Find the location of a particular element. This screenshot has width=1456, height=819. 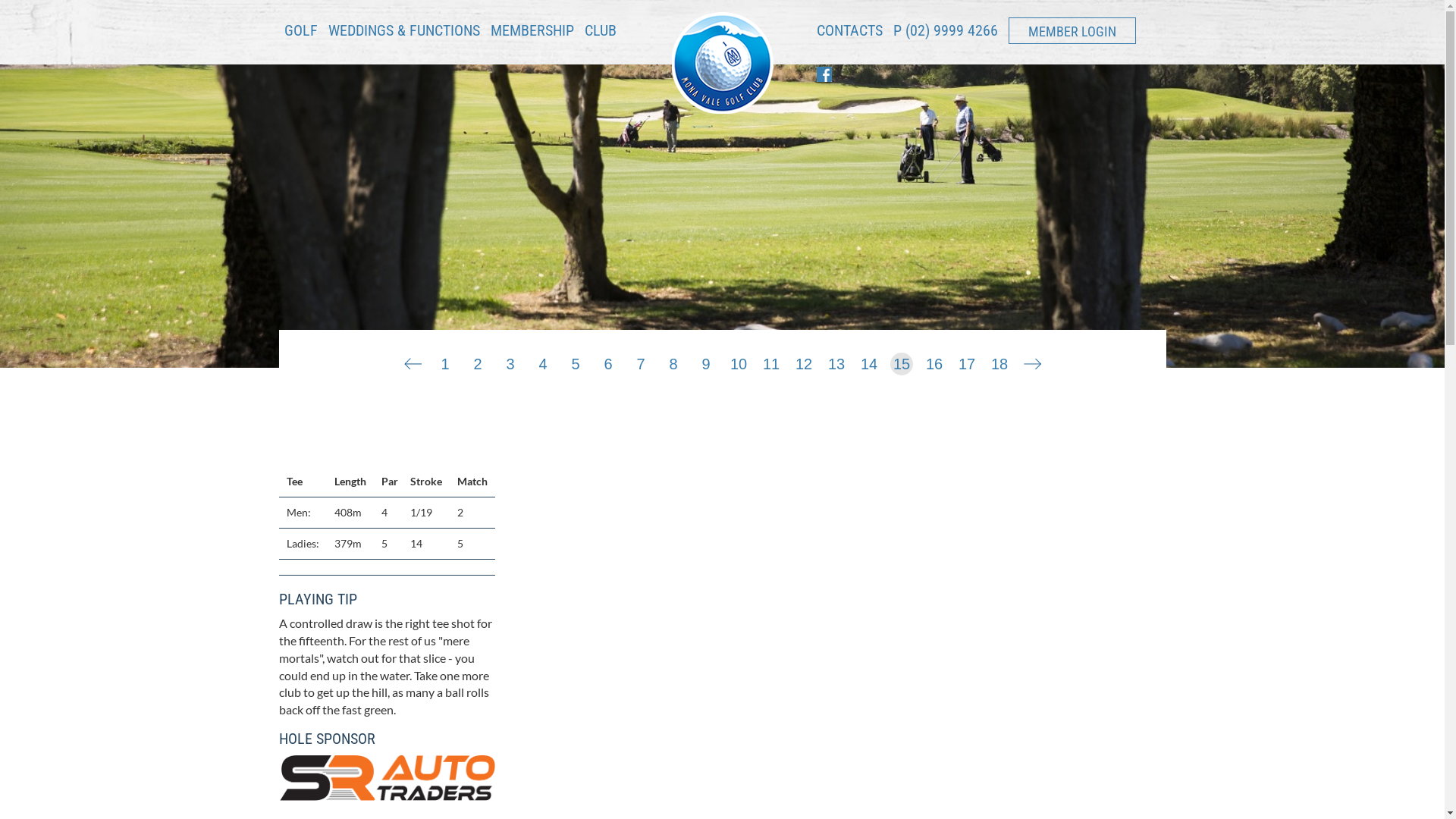

'WEDDINGS & FUNCTIONS' is located at coordinates (403, 35).